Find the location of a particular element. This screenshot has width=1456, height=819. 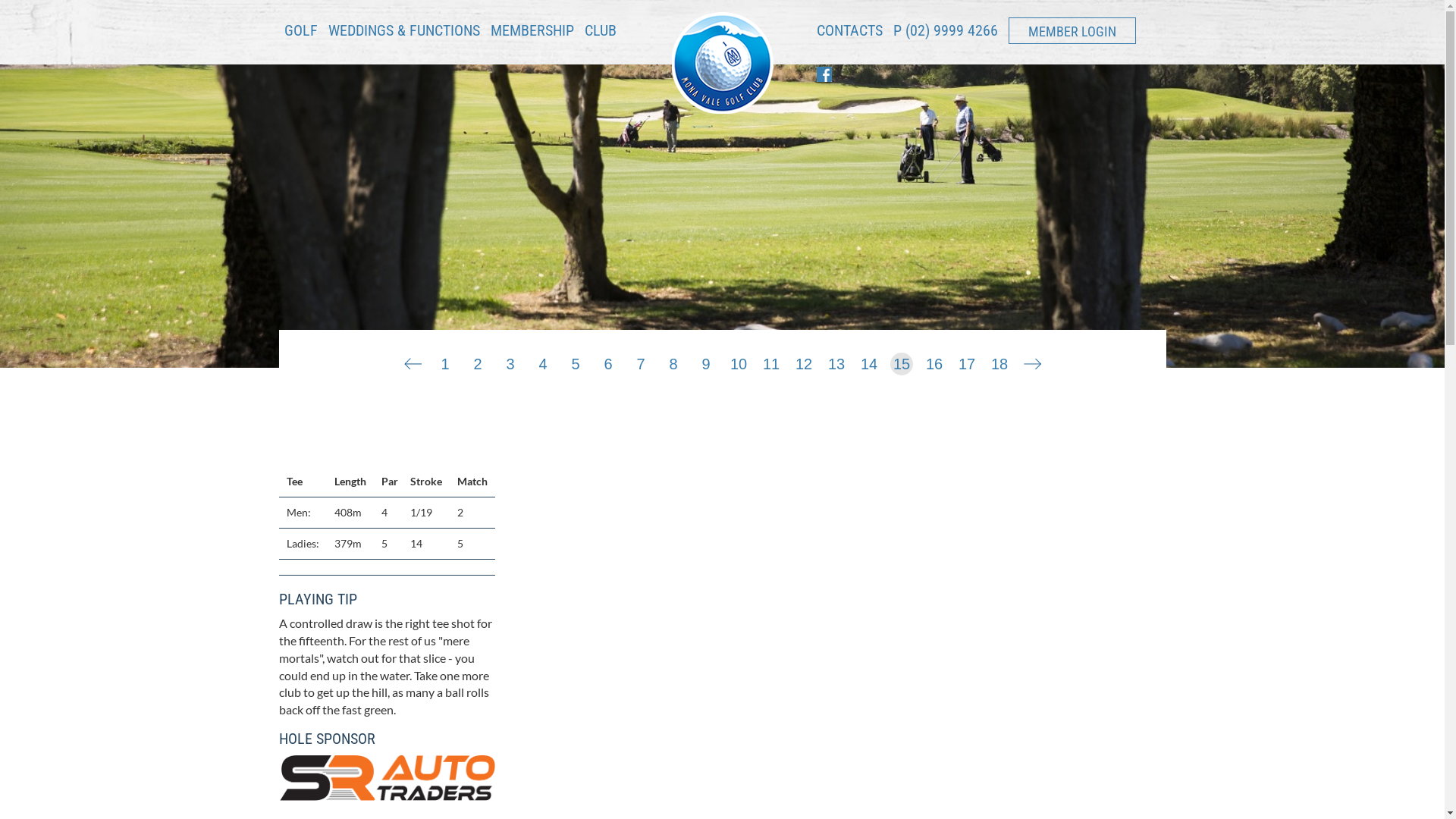

'WEDDINGS & FUNCTIONS' is located at coordinates (403, 35).